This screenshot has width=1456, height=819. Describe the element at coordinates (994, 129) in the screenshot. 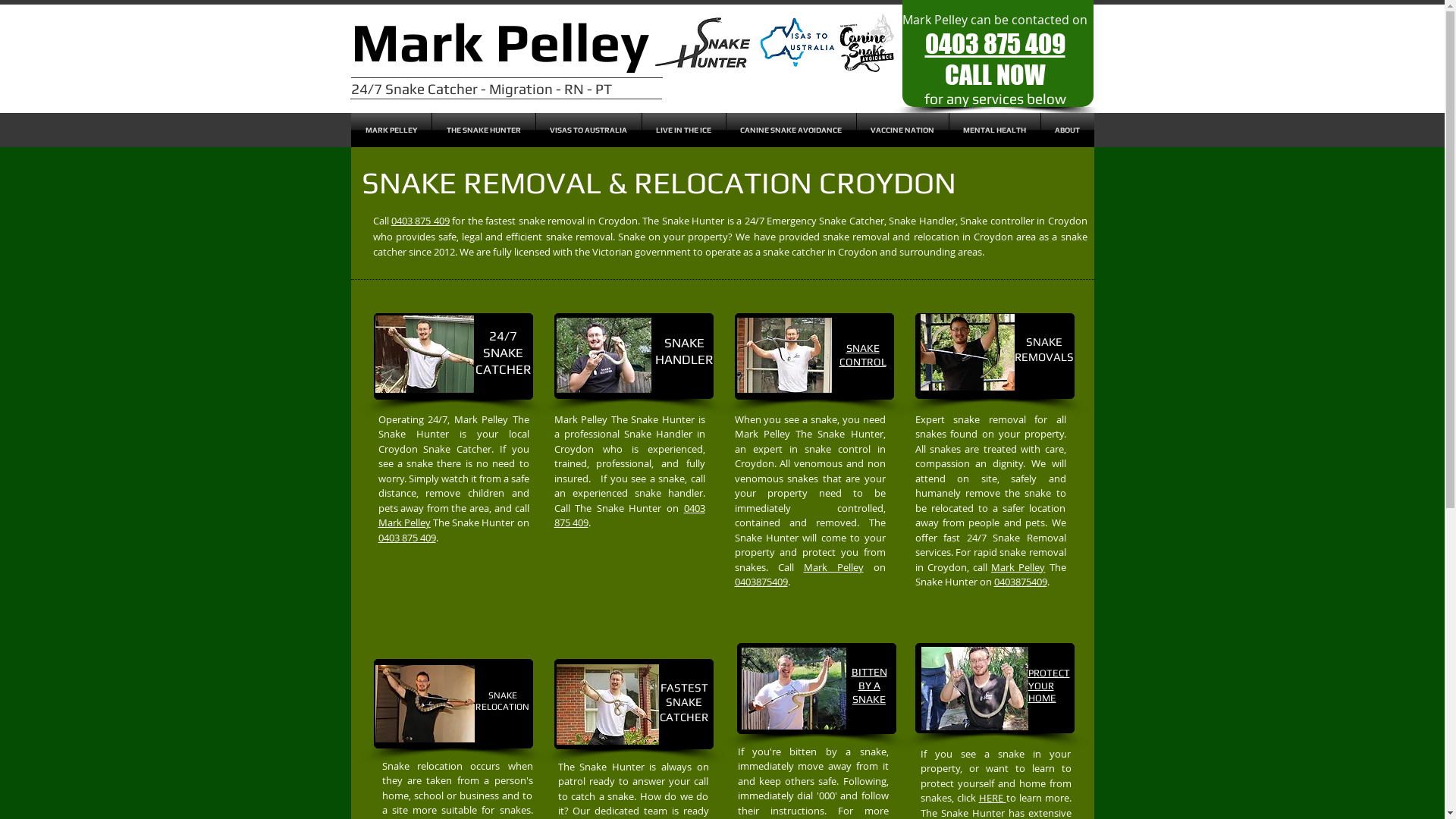

I see `'MENTAL HEALTH'` at that location.